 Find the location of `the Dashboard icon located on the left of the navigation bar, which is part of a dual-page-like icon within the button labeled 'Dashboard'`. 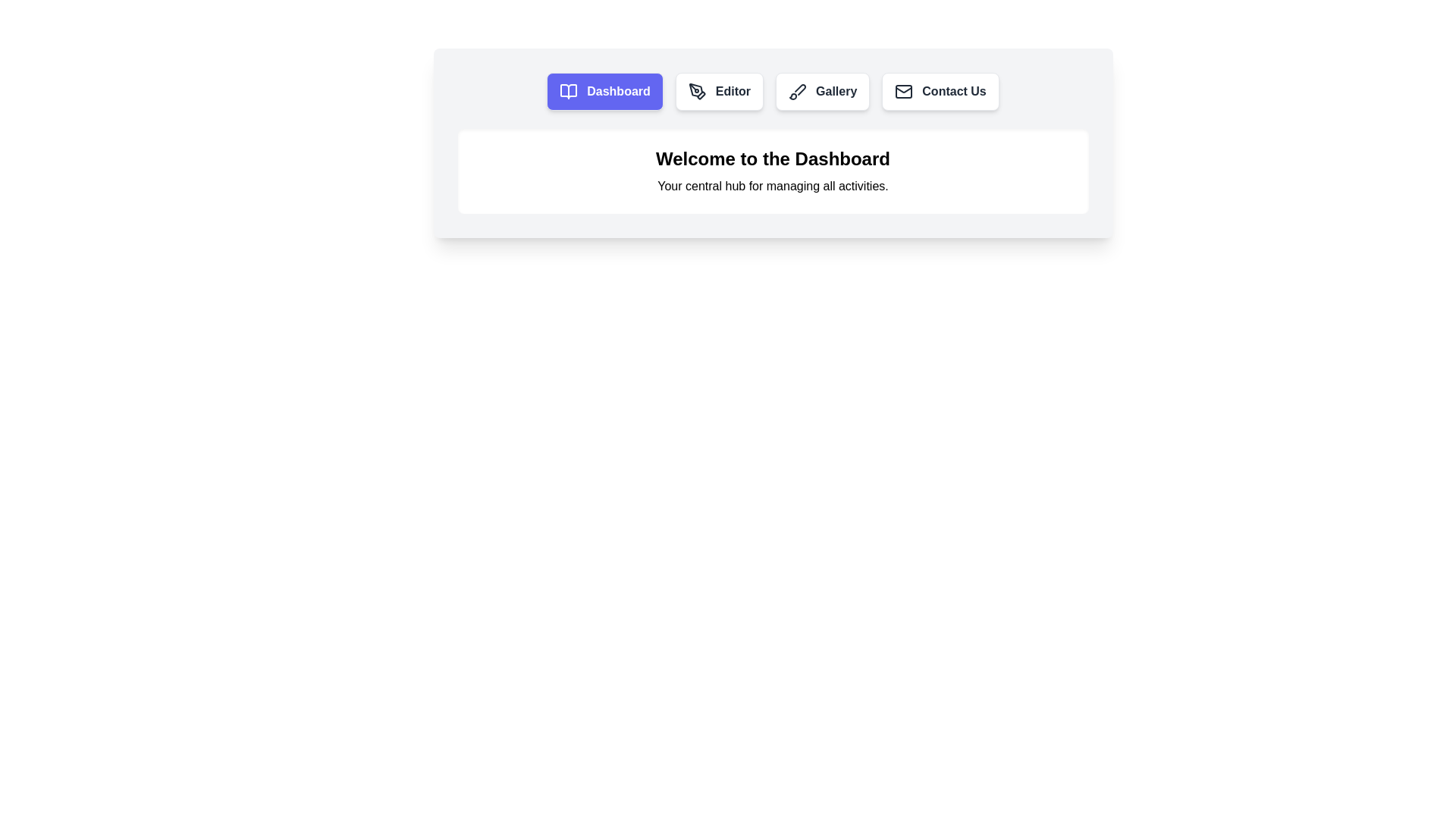

the Dashboard icon located on the left of the navigation bar, which is part of a dual-page-like icon within the button labeled 'Dashboard' is located at coordinates (568, 91).